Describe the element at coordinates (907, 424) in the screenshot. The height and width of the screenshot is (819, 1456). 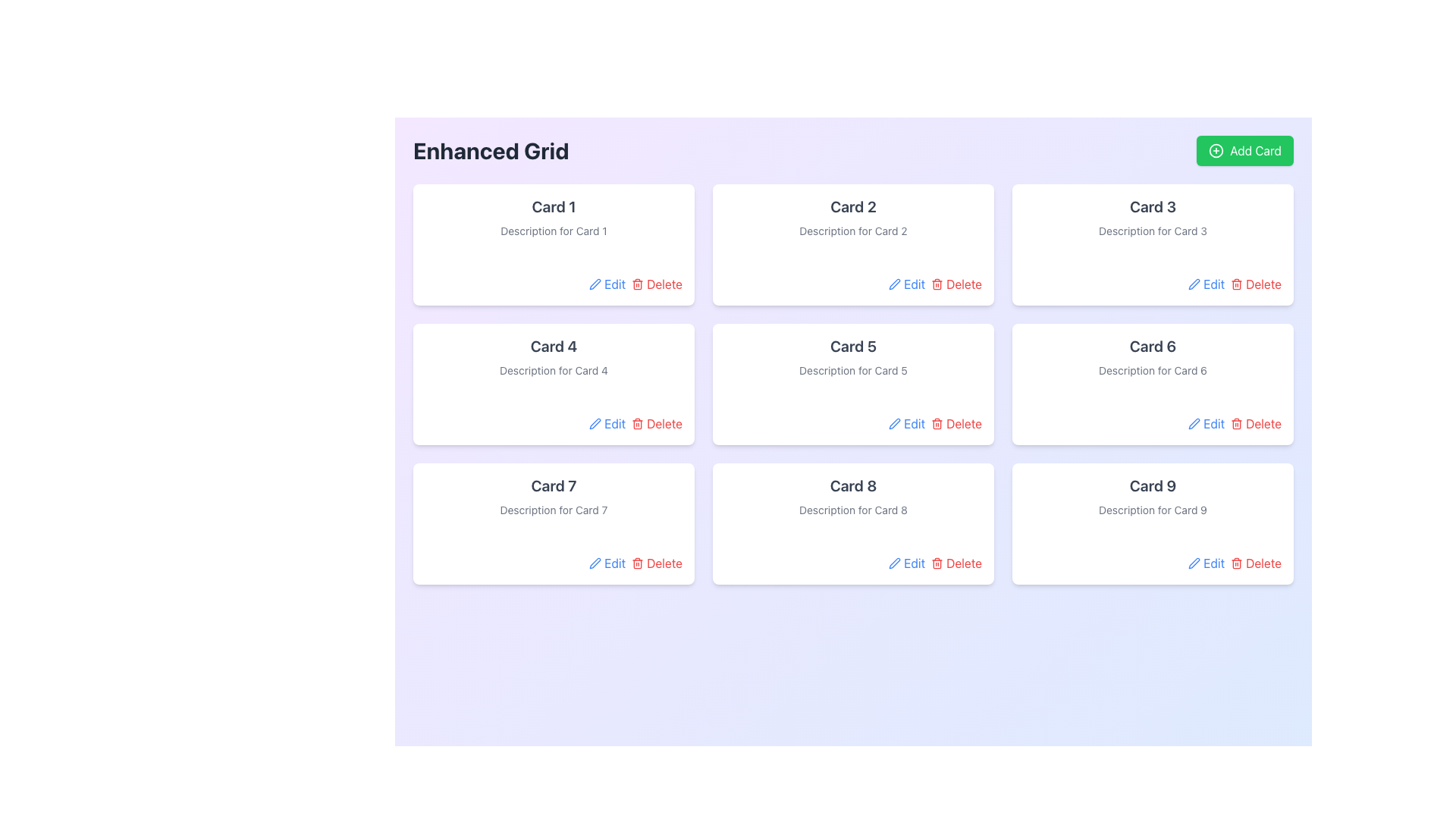
I see `the 'Edit' hyperlink styled as a button located in the 'Card 5' section to observe interactive styling changes` at that location.